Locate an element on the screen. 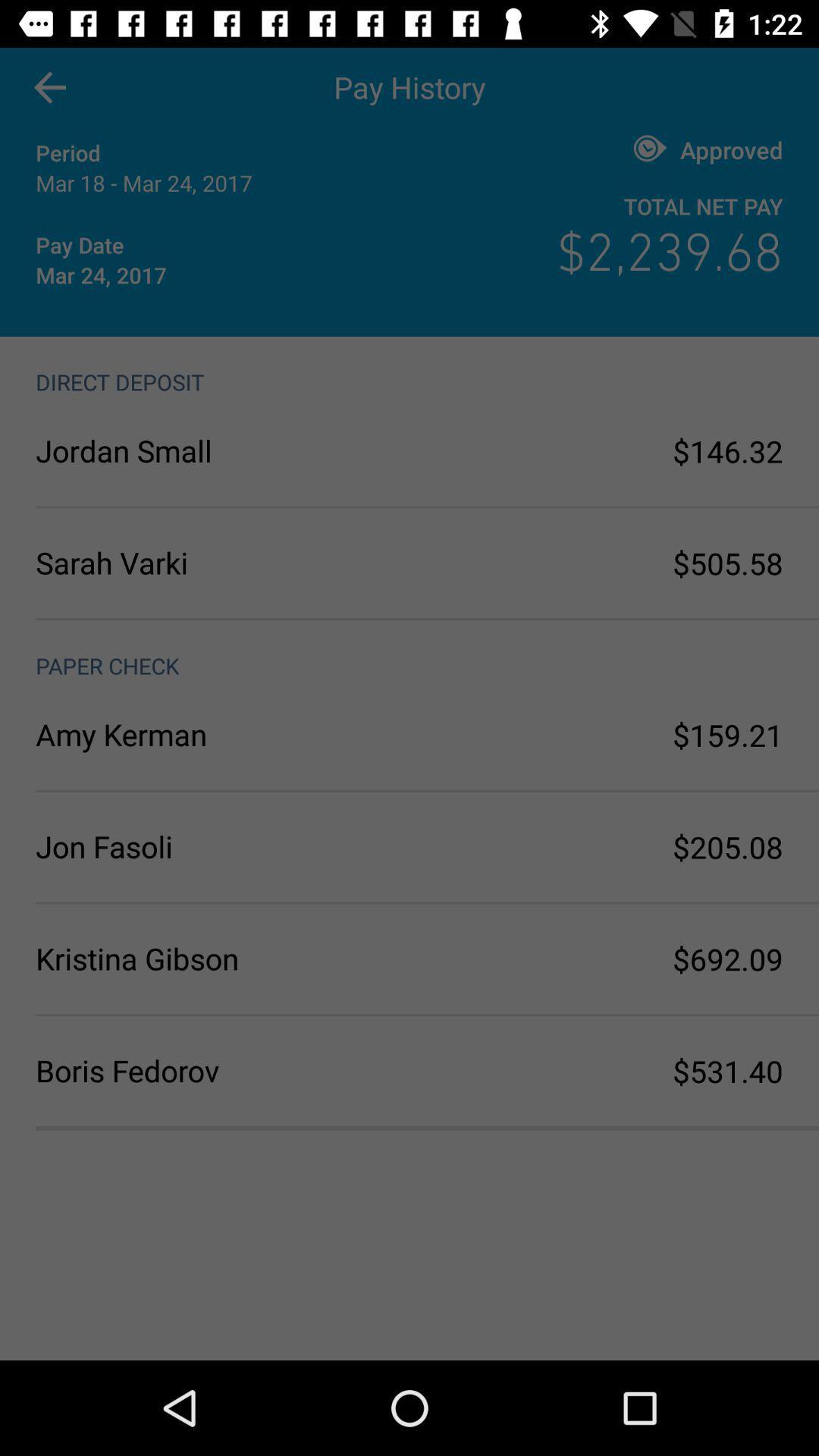 The image size is (819, 1456). the $505.58 is located at coordinates (727, 562).